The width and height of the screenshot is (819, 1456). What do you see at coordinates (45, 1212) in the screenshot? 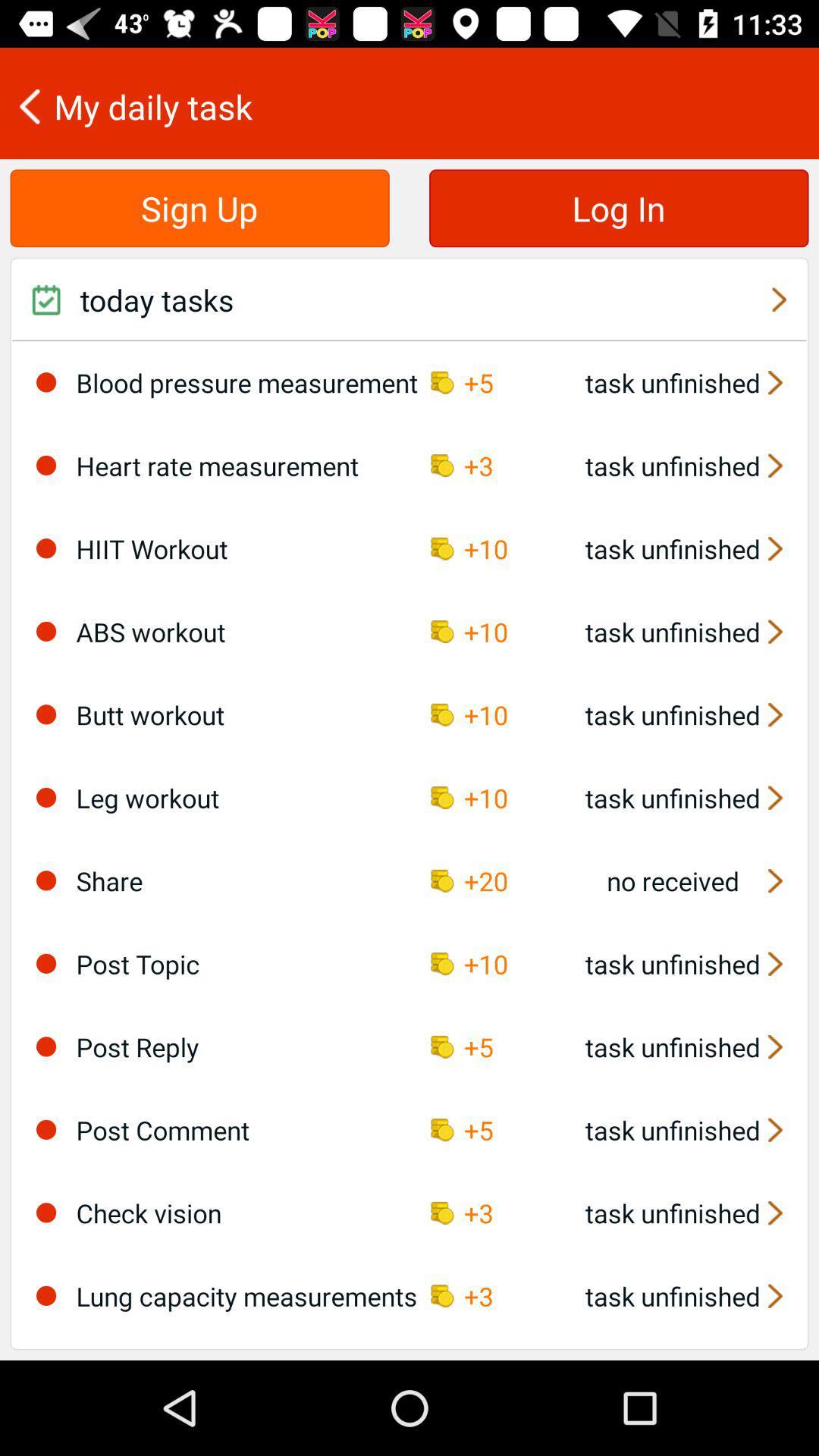
I see `check vision` at bounding box center [45, 1212].